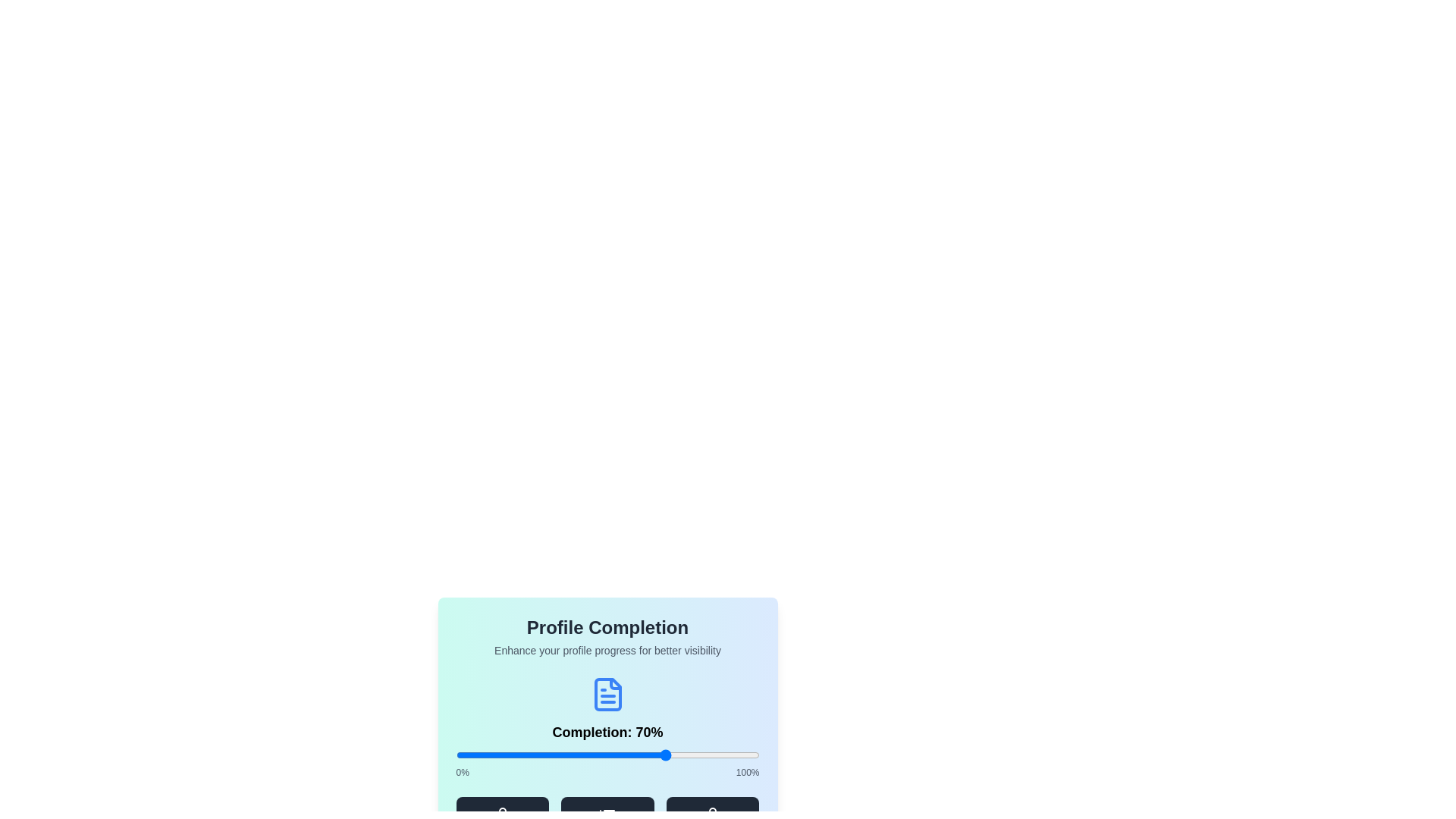  What do you see at coordinates (607, 726) in the screenshot?
I see `the styled text element reading 'Completion: 70%' that is bold, centered, and located below an icon within a card layout` at bounding box center [607, 726].